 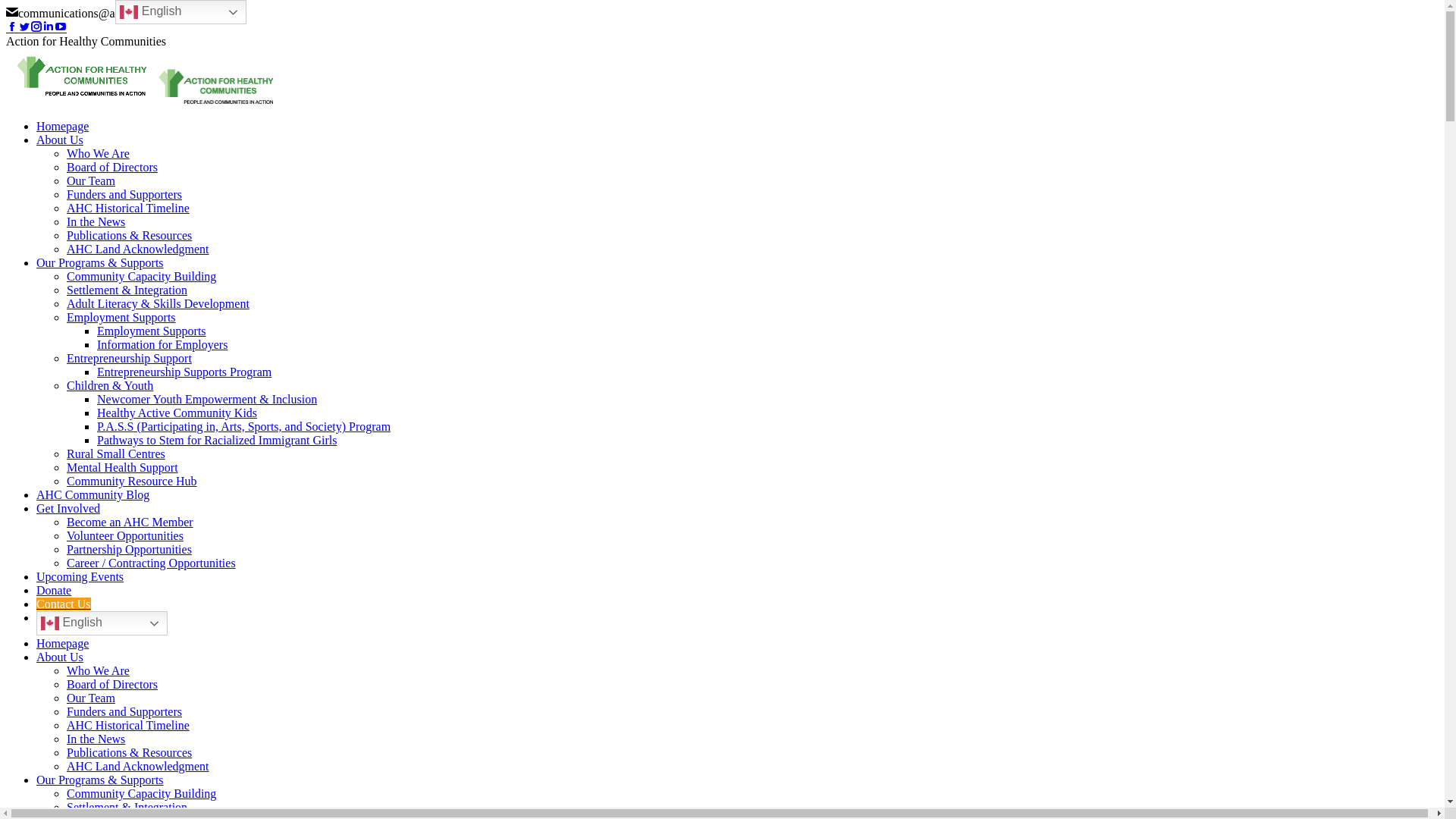 What do you see at coordinates (36, 656) in the screenshot?
I see `'About Us'` at bounding box center [36, 656].